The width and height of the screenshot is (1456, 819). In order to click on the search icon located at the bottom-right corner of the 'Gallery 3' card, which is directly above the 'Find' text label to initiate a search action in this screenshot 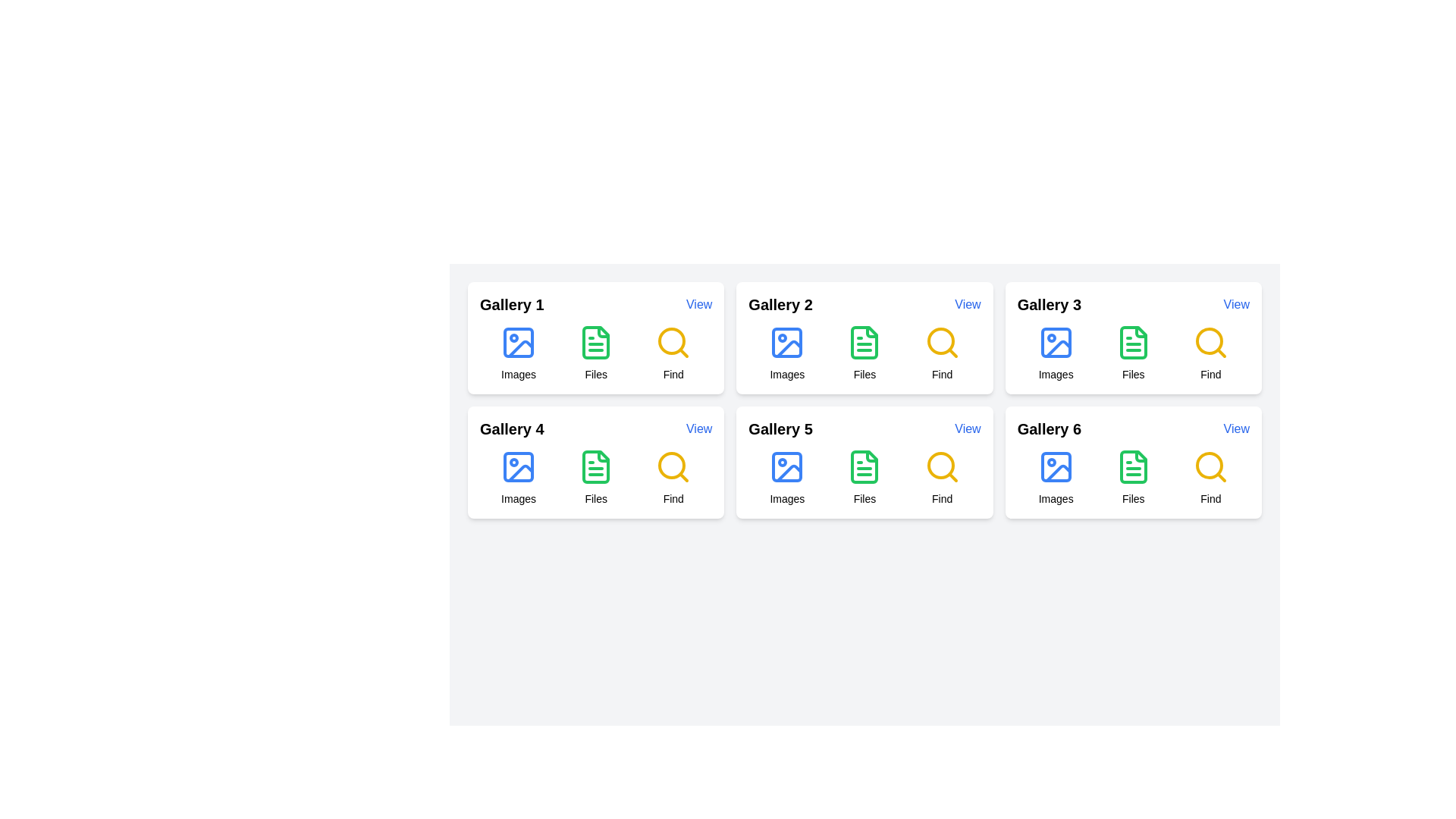, I will do `click(1210, 342)`.